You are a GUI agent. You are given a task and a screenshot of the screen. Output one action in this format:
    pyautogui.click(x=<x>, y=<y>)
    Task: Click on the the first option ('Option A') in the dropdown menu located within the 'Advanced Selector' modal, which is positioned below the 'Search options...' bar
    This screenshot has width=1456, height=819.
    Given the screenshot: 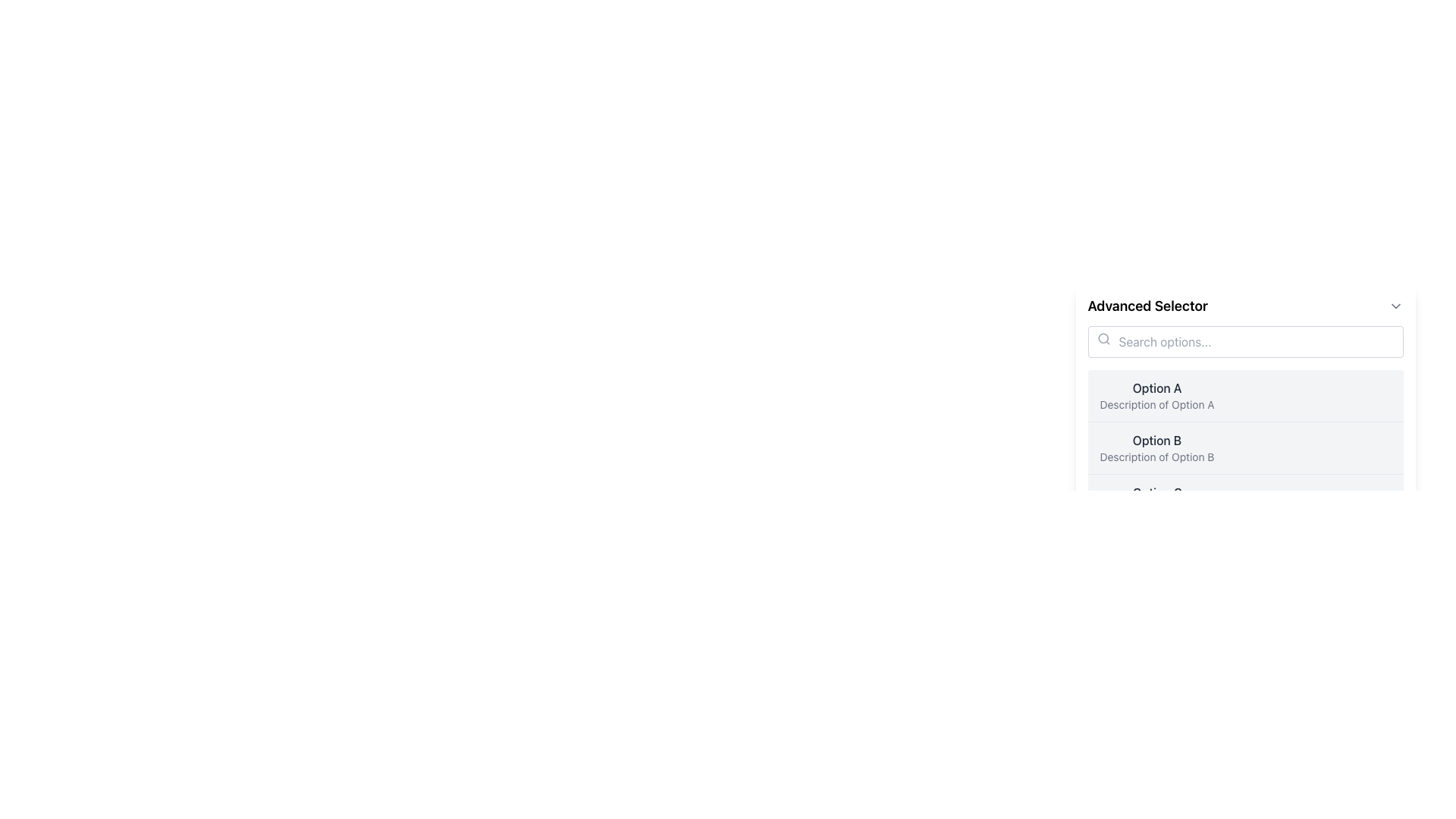 What is the action you would take?
    pyautogui.click(x=1245, y=411)
    